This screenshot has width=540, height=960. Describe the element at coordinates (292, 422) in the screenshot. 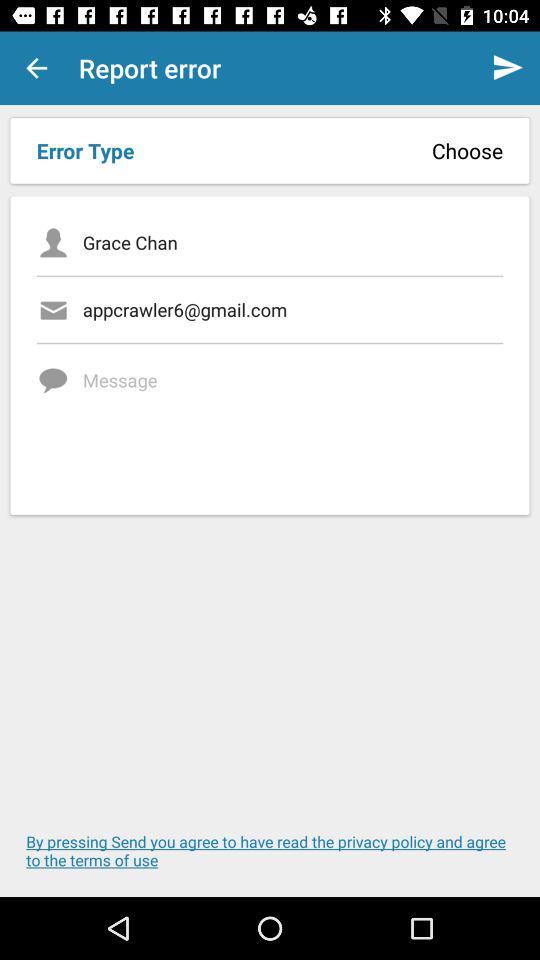

I see `message text box` at that location.